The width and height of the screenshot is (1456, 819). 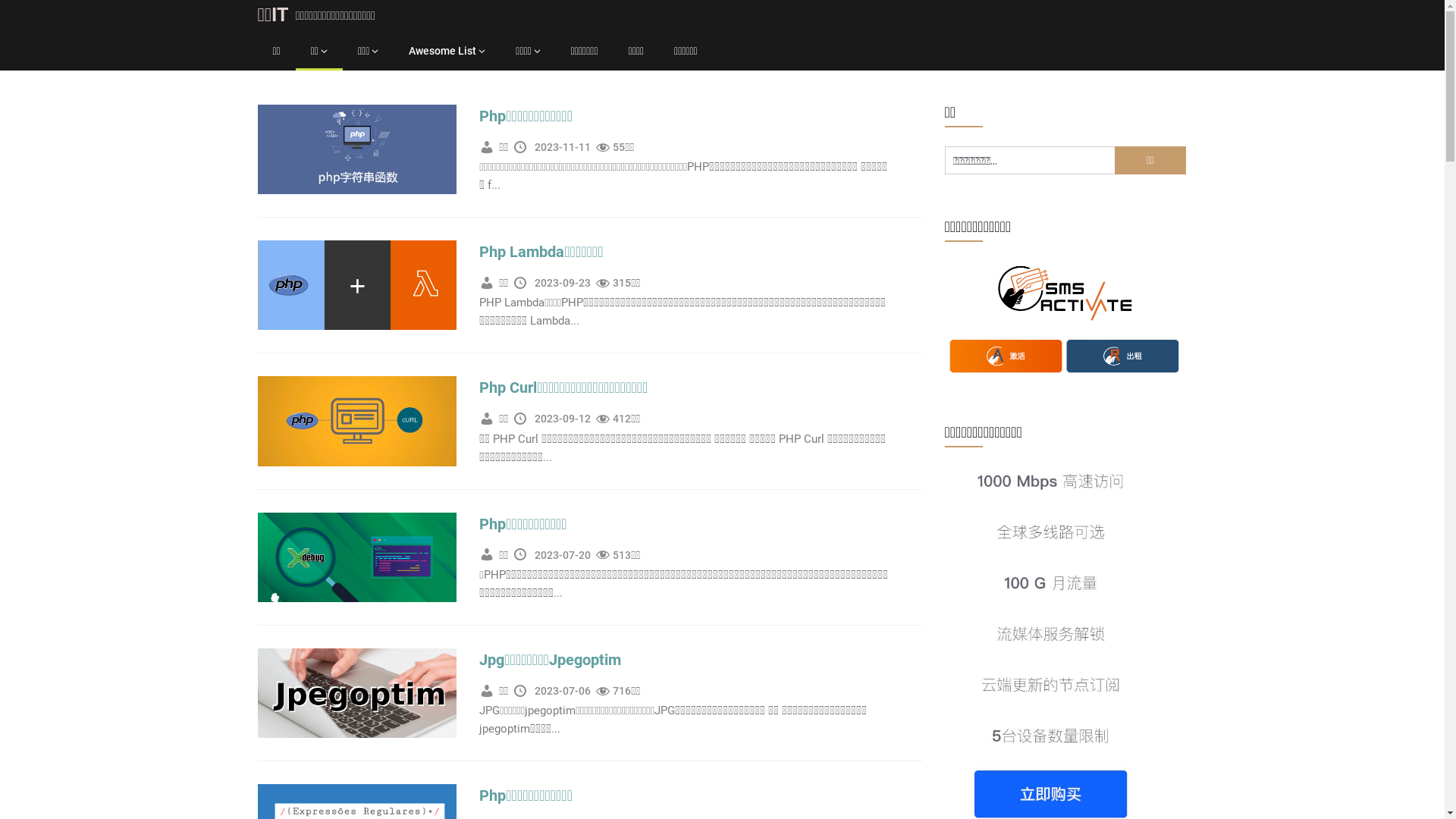 What do you see at coordinates (446, 50) in the screenshot?
I see `'Awesome List'` at bounding box center [446, 50].